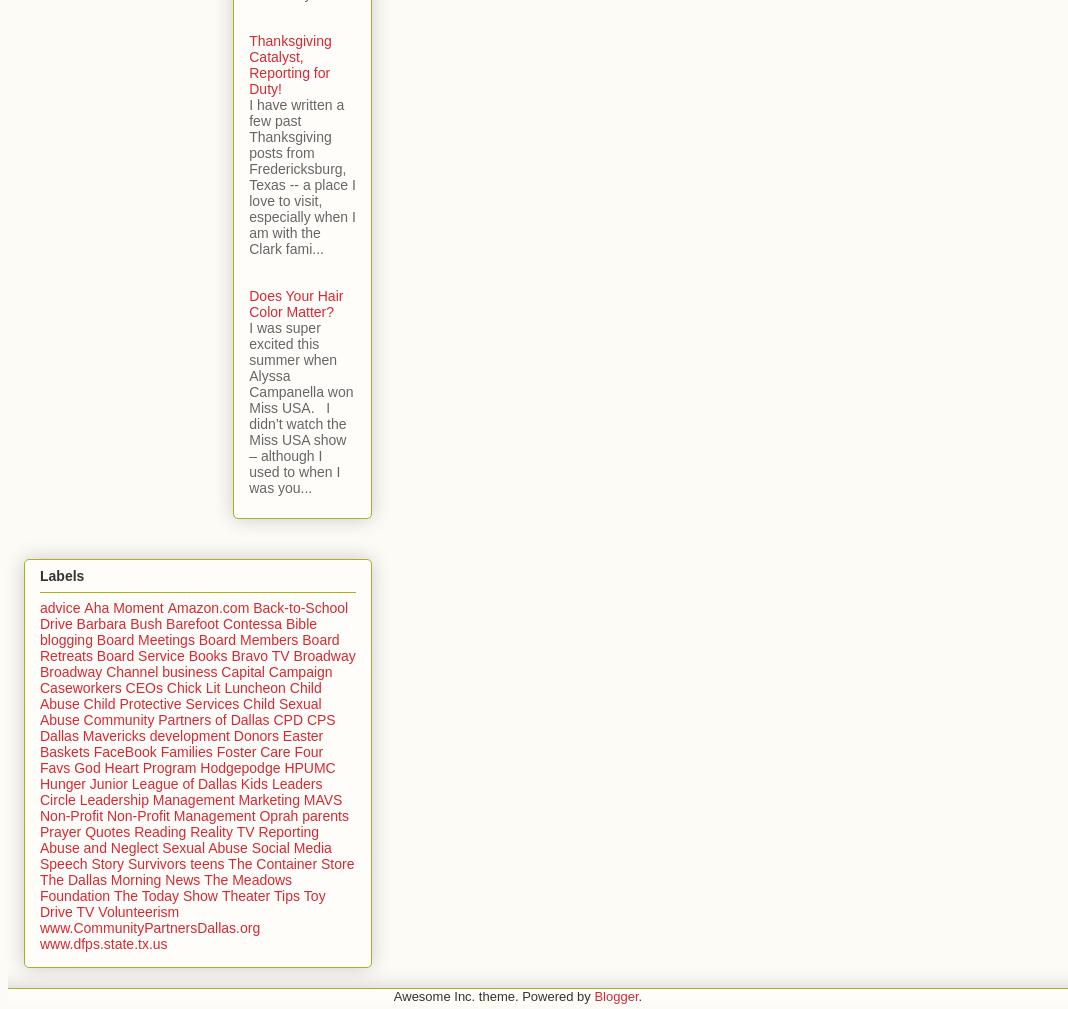 This screenshot has height=1009, width=1068. Describe the element at coordinates (288, 62) in the screenshot. I see `'Thanksgiving Catalyst, Reporting for Duty!'` at that location.